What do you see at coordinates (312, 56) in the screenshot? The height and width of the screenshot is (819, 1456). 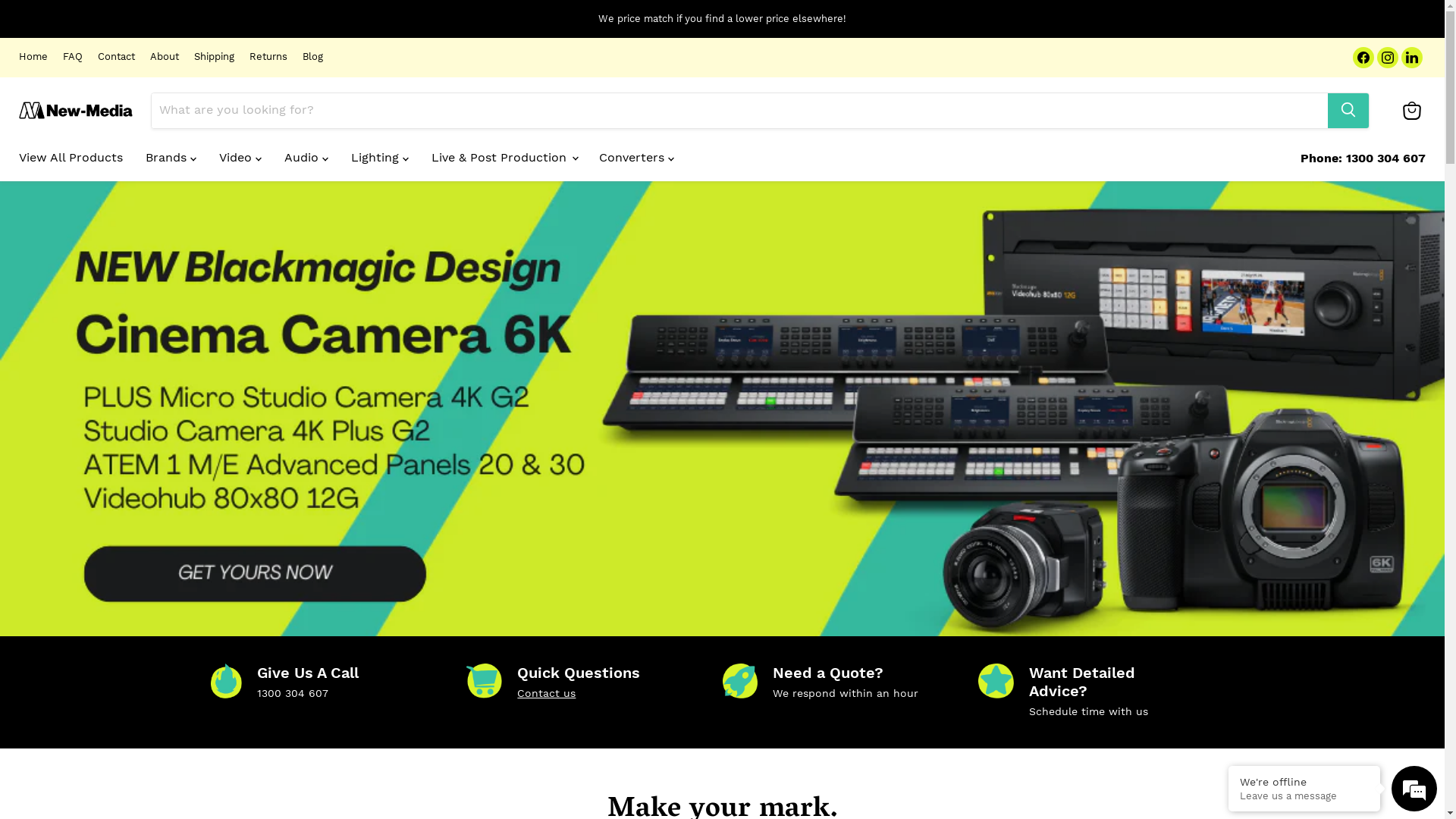 I see `'Blog'` at bounding box center [312, 56].